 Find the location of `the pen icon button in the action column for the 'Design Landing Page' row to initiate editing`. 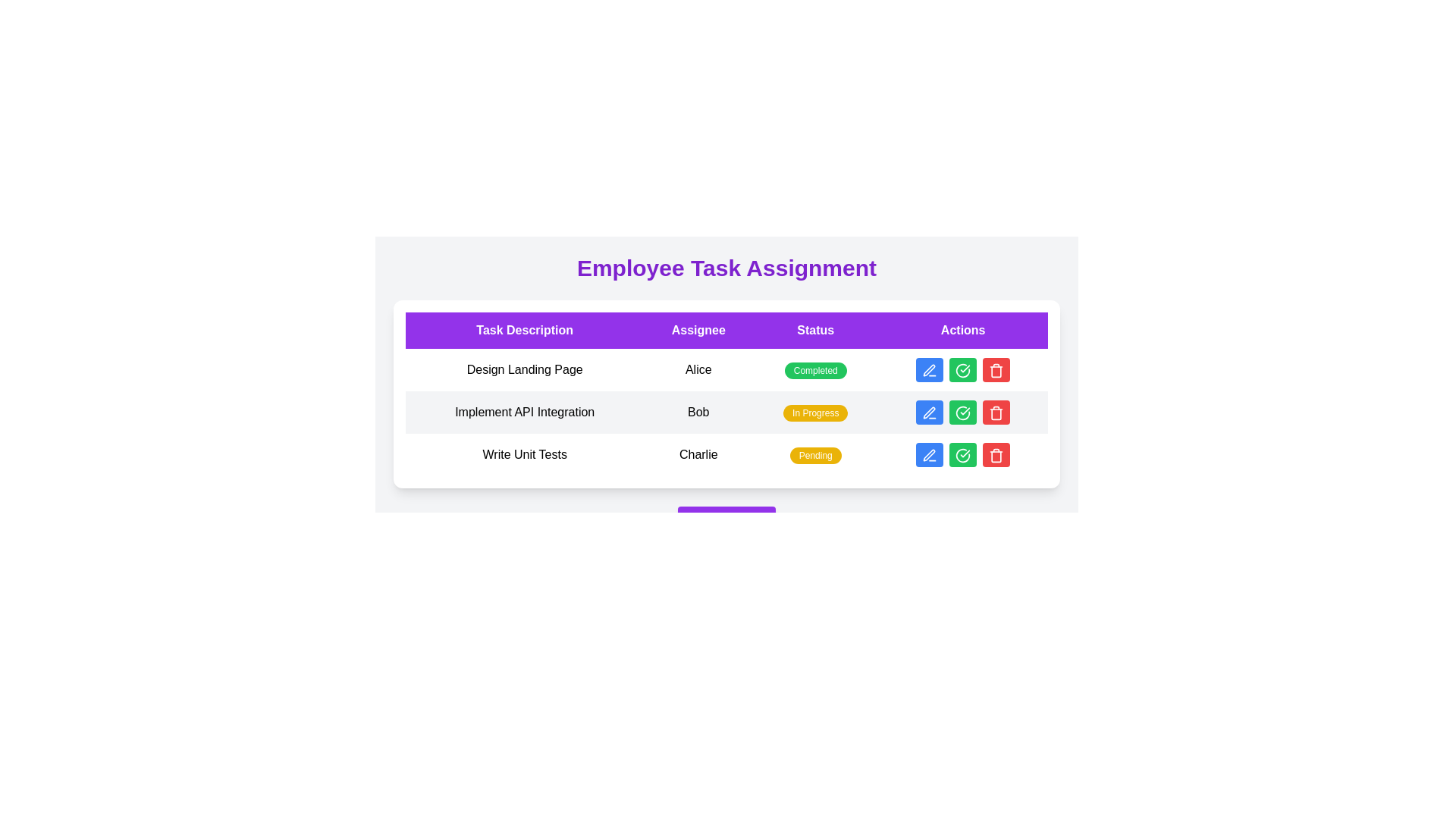

the pen icon button in the action column for the 'Design Landing Page' row to initiate editing is located at coordinates (929, 370).